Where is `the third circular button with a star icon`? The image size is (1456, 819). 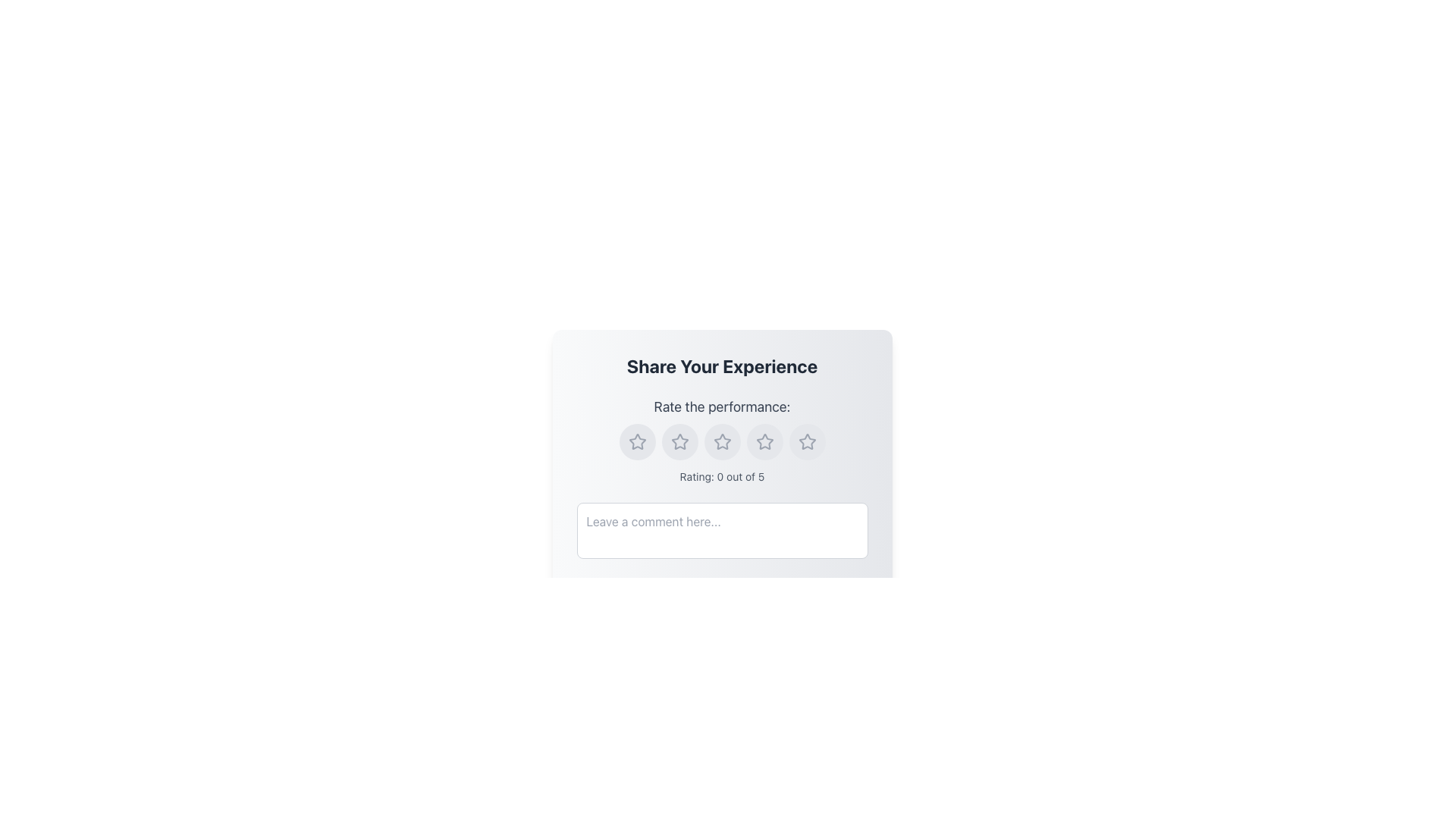
the third circular button with a star icon is located at coordinates (721, 441).